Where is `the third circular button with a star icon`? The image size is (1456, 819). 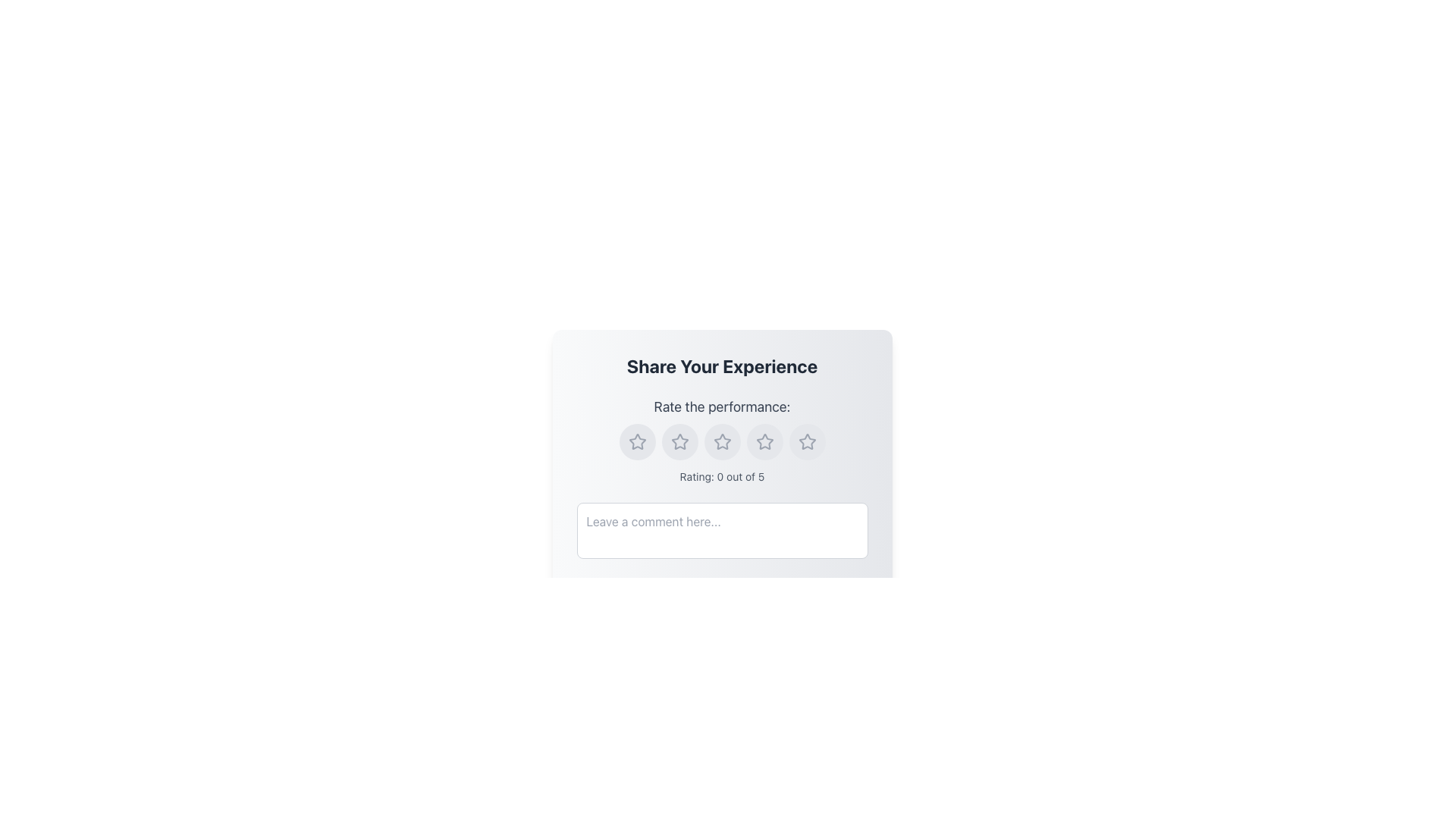
the third circular button with a star icon is located at coordinates (721, 441).